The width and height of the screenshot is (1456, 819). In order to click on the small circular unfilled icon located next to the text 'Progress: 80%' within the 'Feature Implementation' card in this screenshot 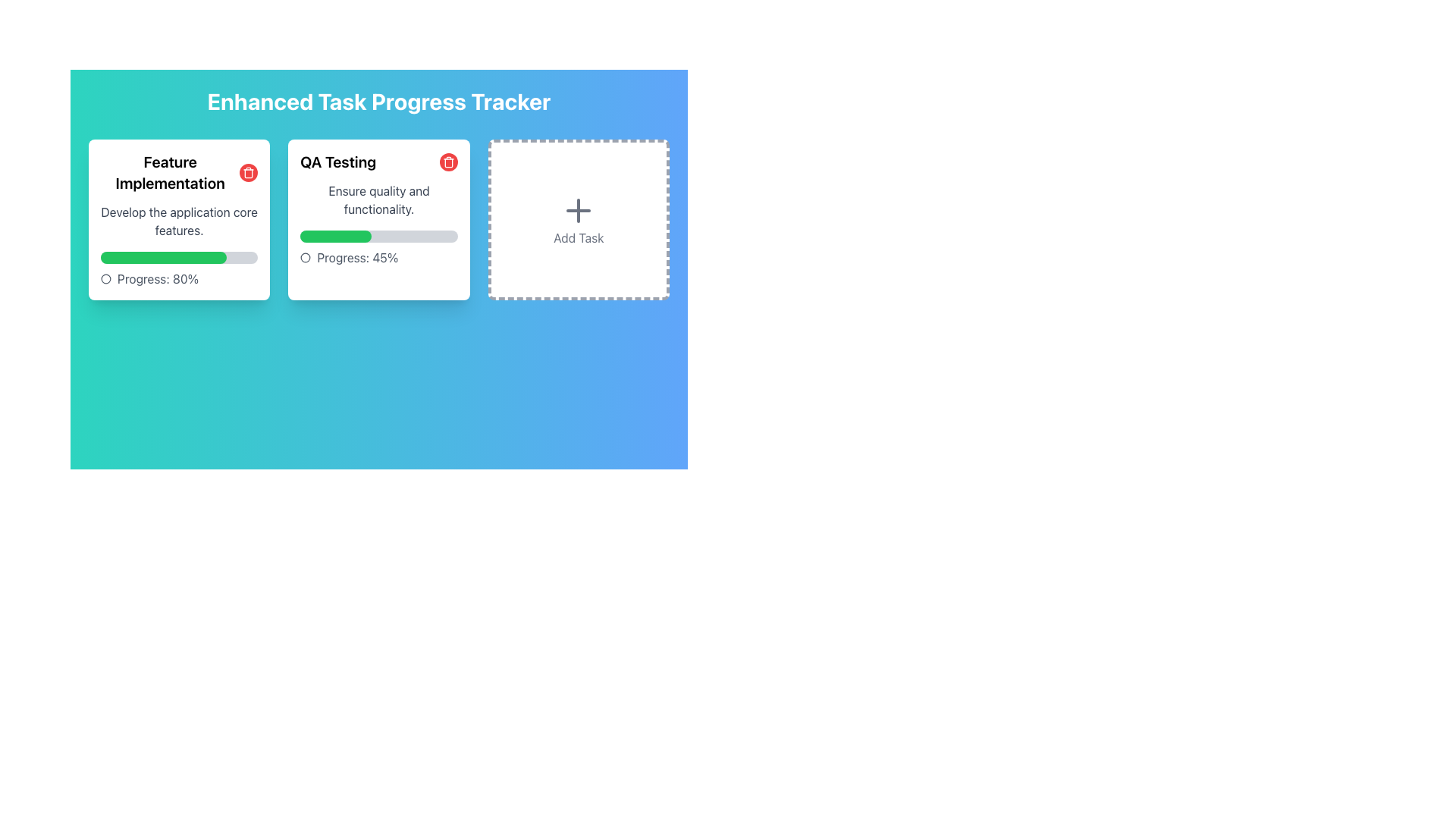, I will do `click(105, 278)`.